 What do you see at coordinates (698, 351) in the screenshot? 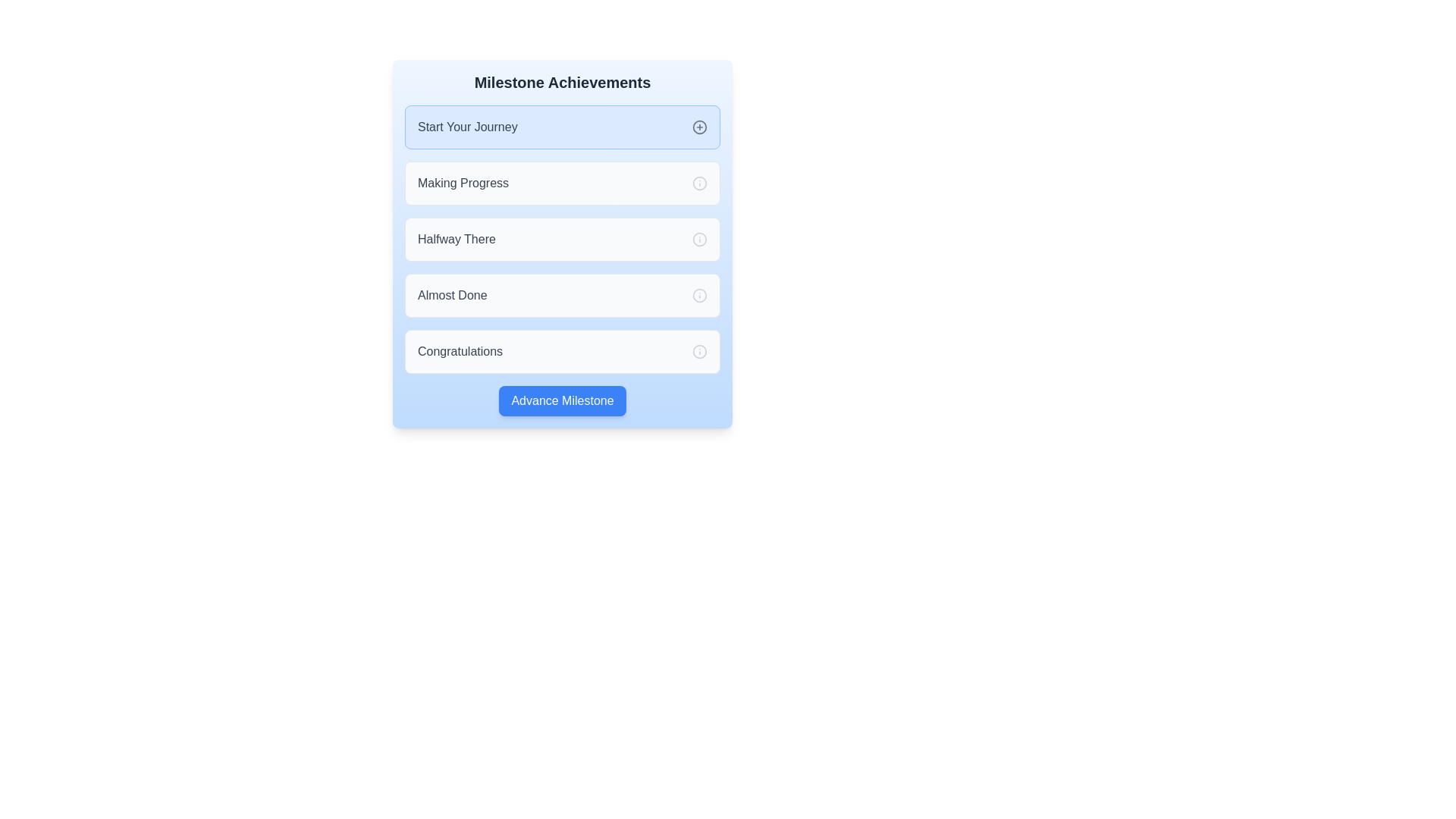
I see `the fourth circular SVG element in the 'Milestone Achievements' interface, which has a thin stroke and no fill, adjacent to the 'Almost Done' milestone` at bounding box center [698, 351].